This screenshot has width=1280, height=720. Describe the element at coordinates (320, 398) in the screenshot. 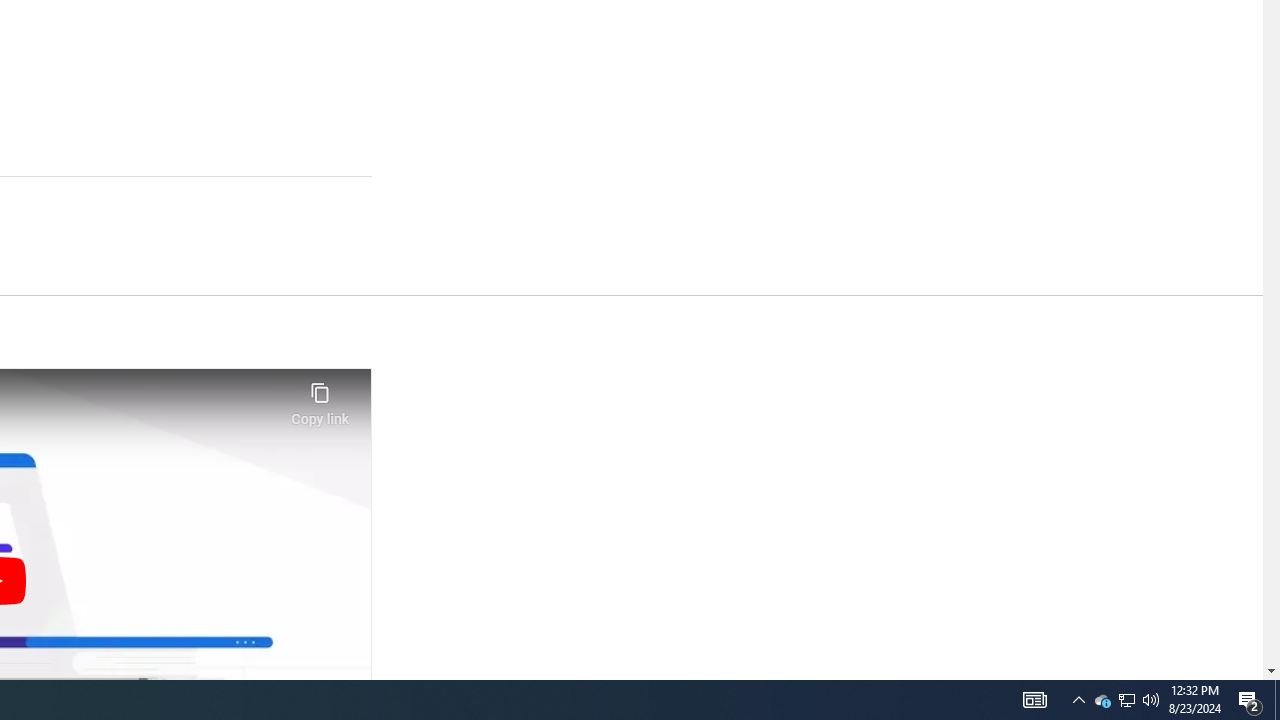

I see `'Copy link'` at that location.